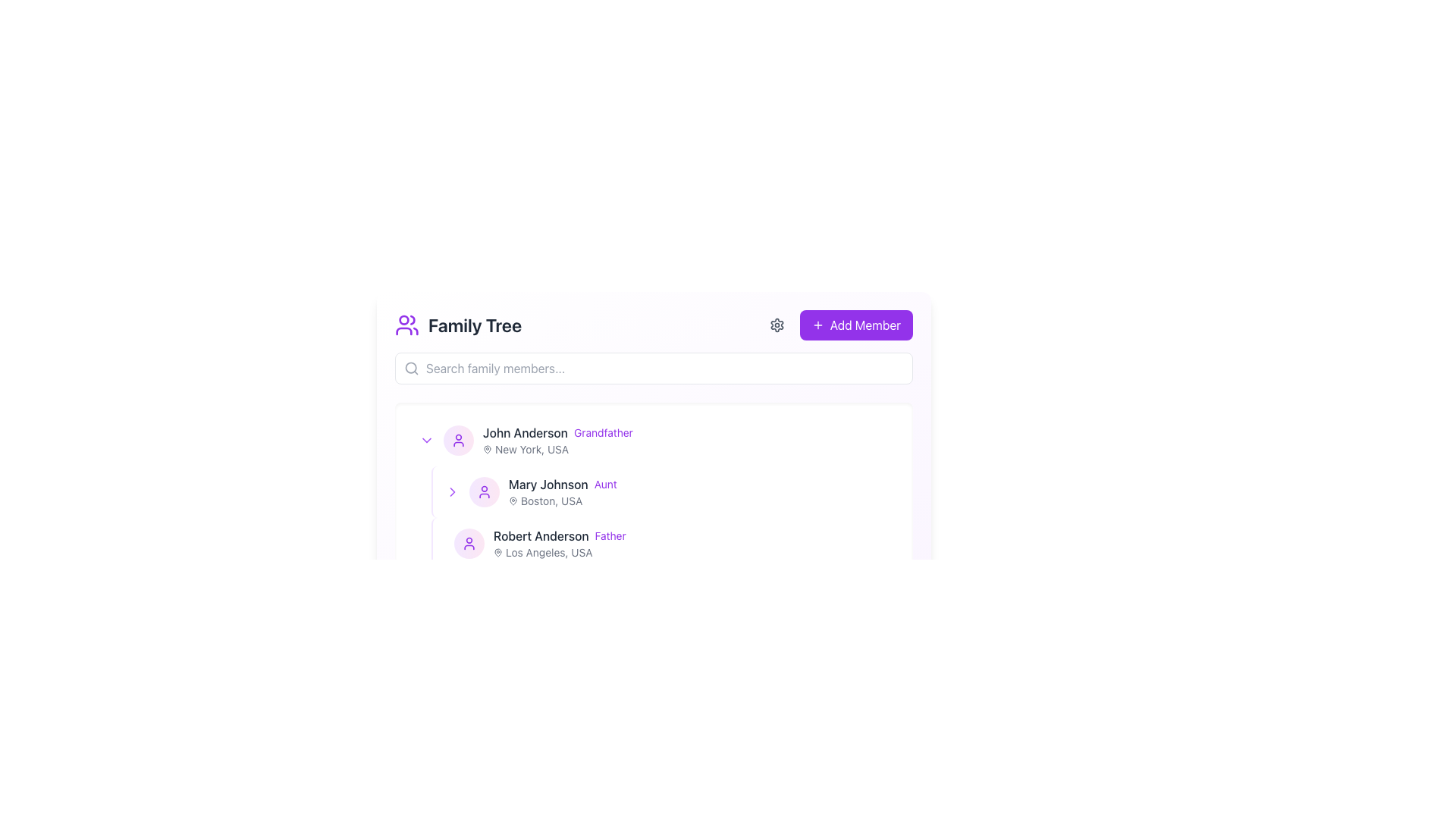 Image resolution: width=1456 pixels, height=819 pixels. What do you see at coordinates (474, 324) in the screenshot?
I see `the prominently styled 'Family Tree' text element located at the top part of the interface, adjacent to a group of people icon` at bounding box center [474, 324].